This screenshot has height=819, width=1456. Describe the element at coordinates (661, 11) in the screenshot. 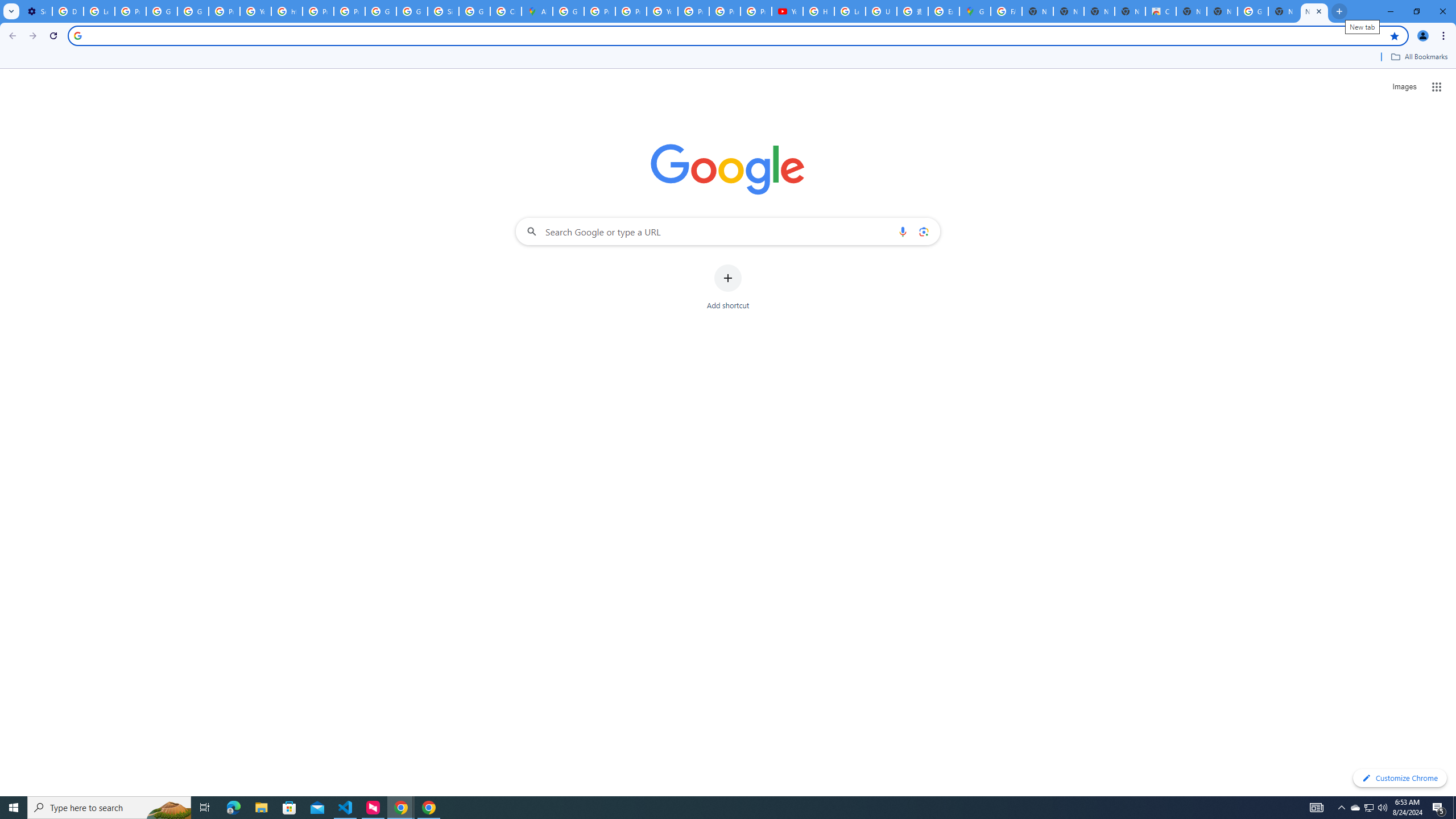

I see `'YouTube'` at that location.